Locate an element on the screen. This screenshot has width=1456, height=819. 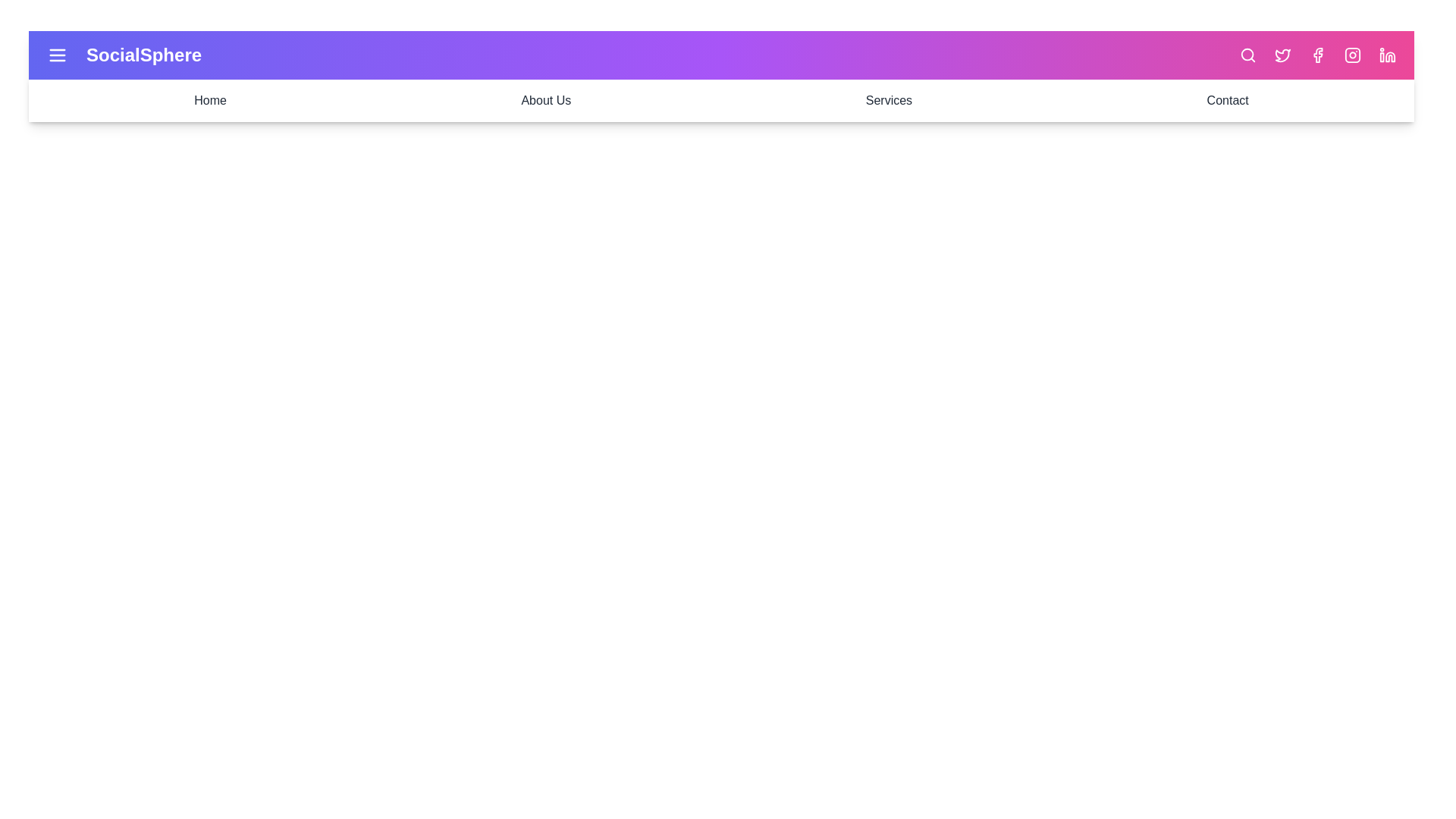
the LinkedIn icon to open its respective link is located at coordinates (1387, 55).